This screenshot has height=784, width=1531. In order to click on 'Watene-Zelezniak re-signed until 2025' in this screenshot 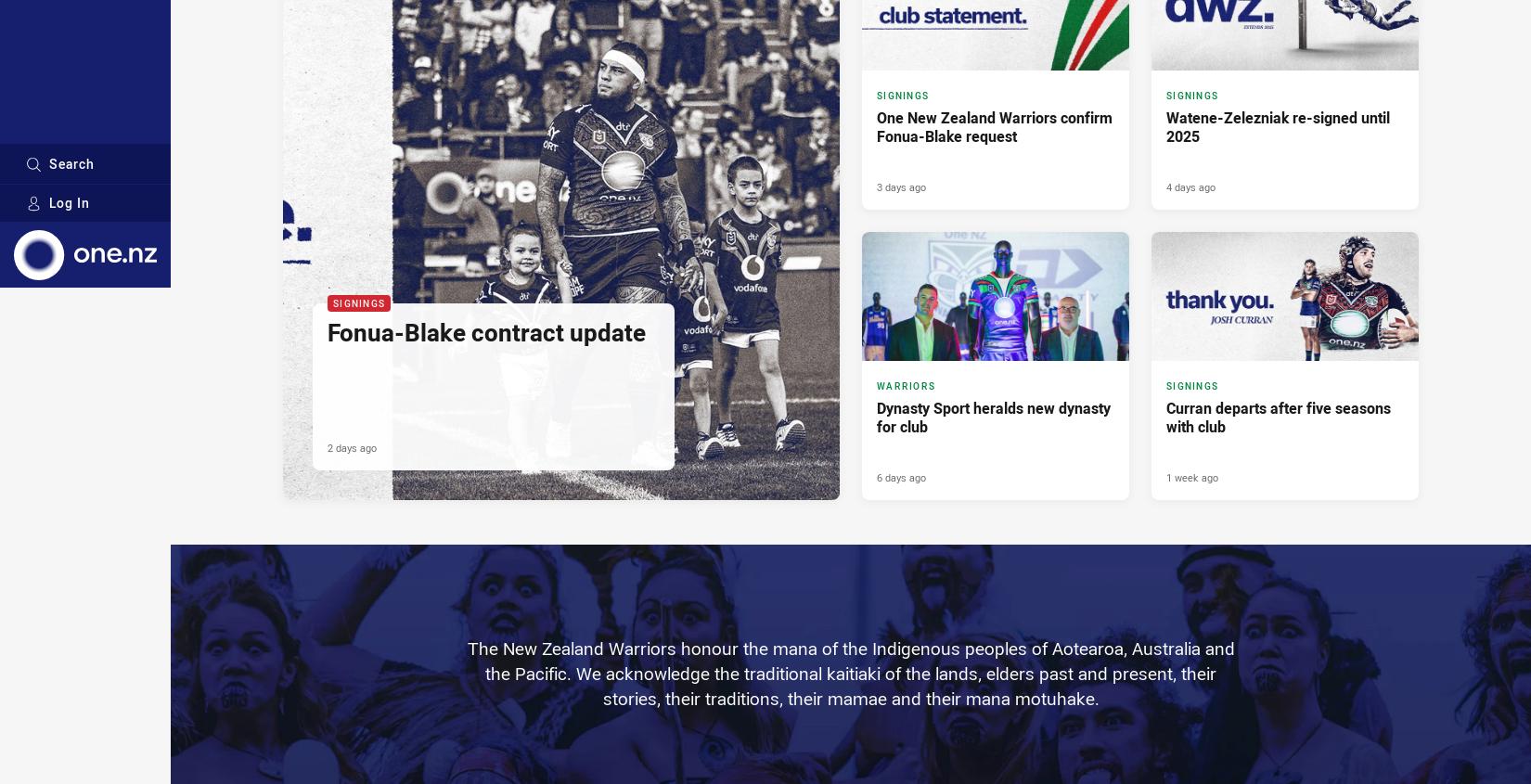, I will do `click(1277, 126)`.